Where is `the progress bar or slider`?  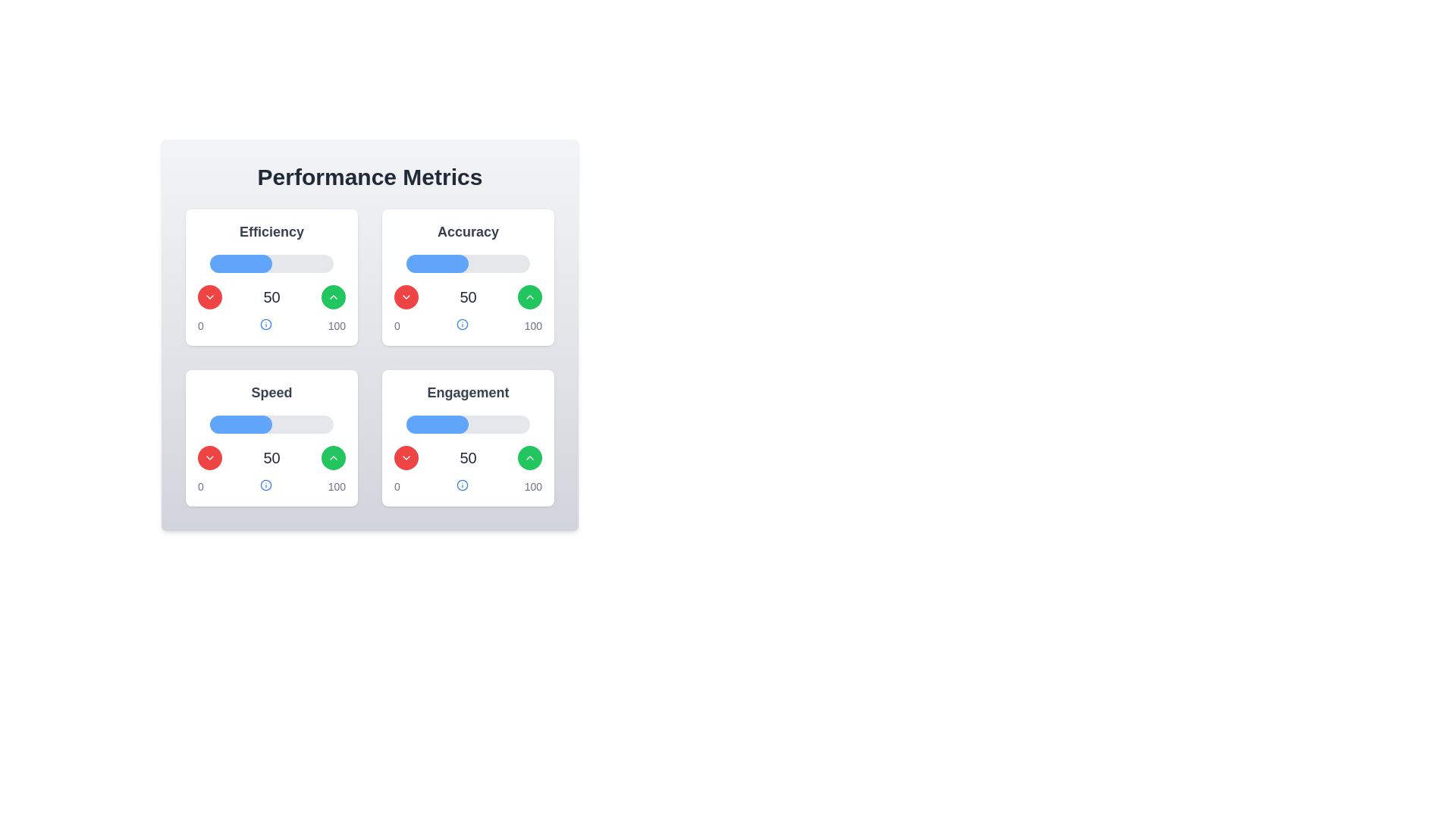 the progress bar or slider is located at coordinates (224, 424).